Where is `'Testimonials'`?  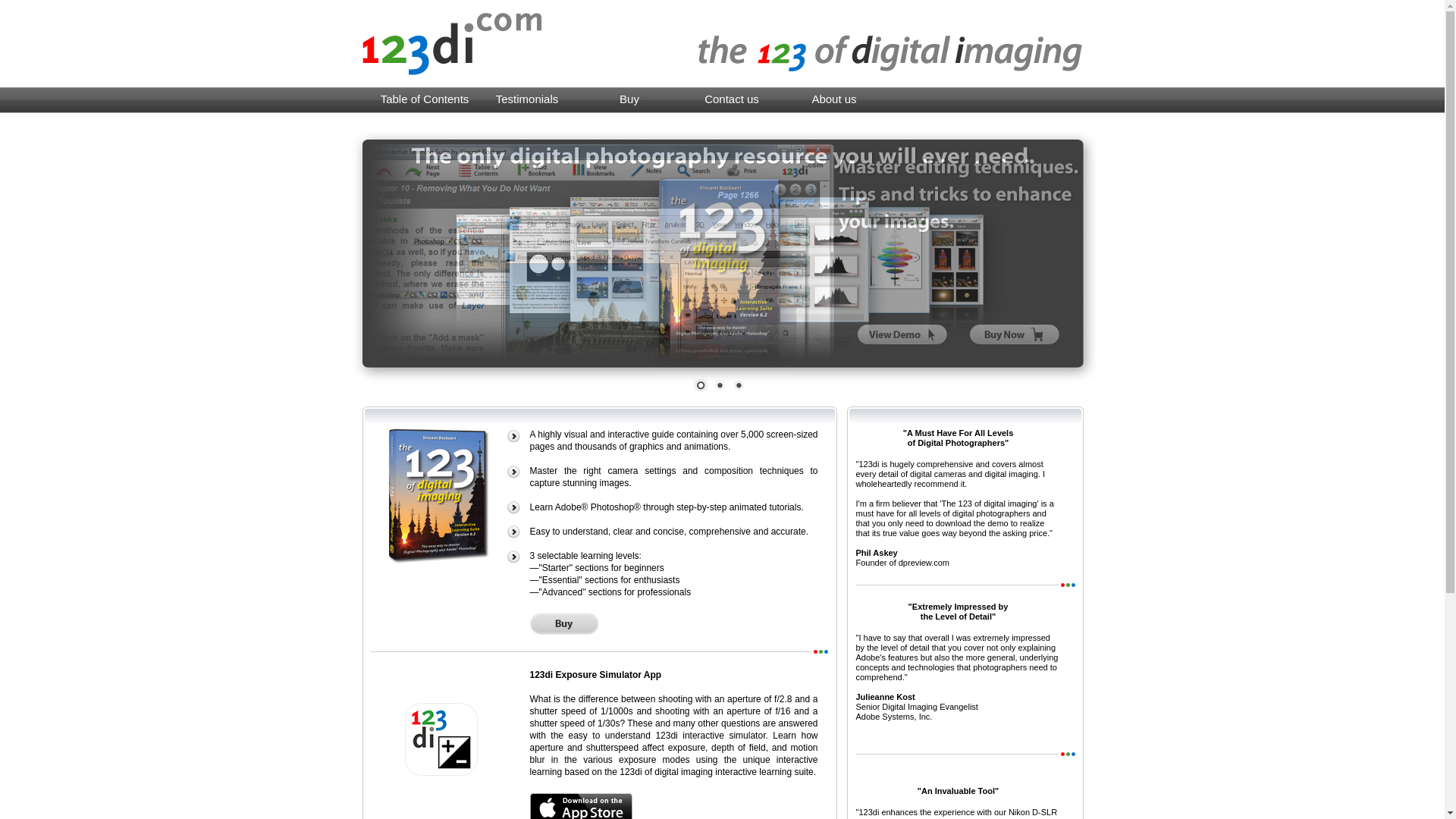 'Testimonials' is located at coordinates (527, 99).